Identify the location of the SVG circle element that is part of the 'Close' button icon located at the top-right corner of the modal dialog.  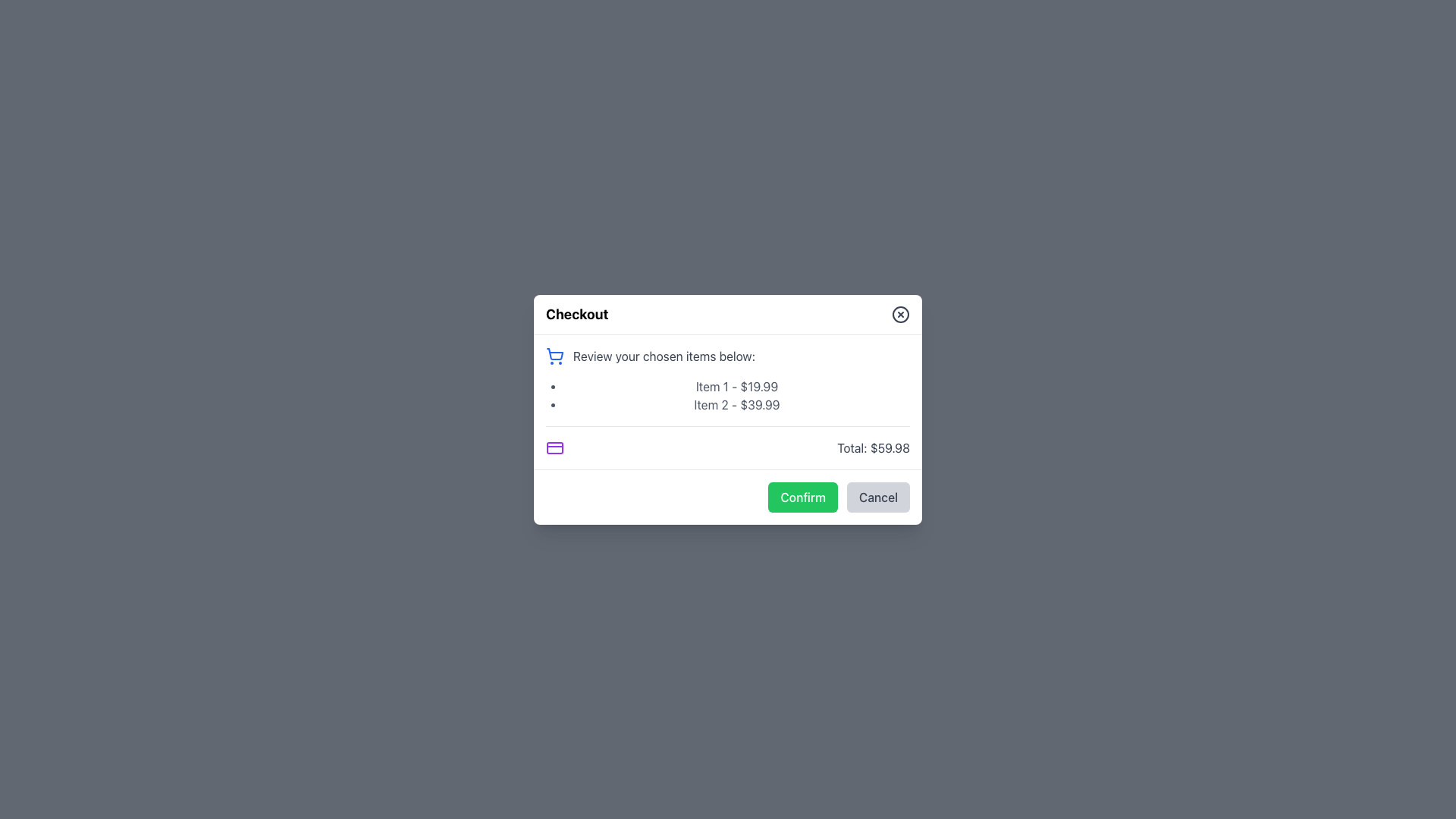
(901, 313).